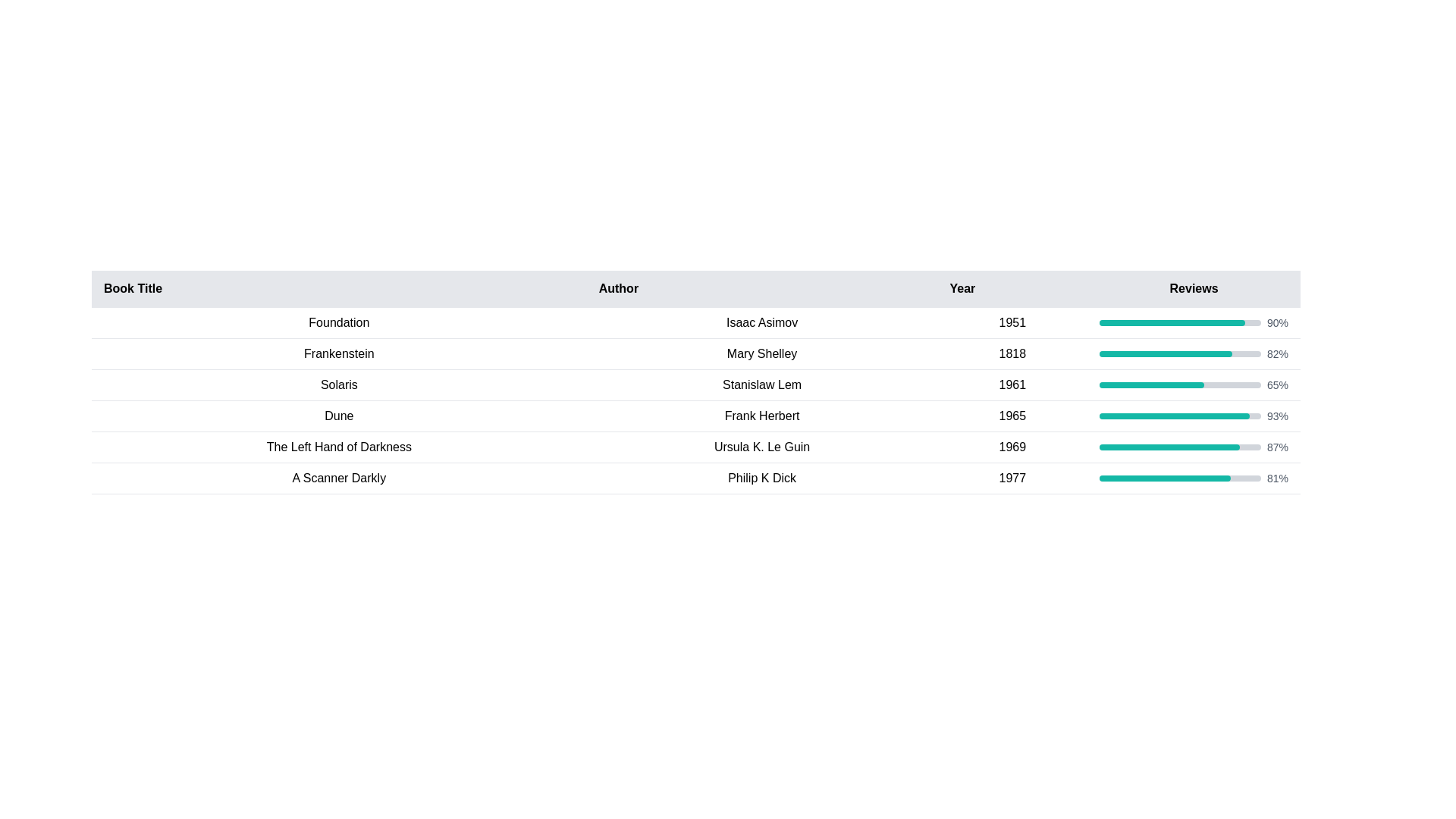  Describe the element at coordinates (1164, 479) in the screenshot. I see `the percentage represented by the filled portion of the progress bar segment for the book 'A Scanner Darkly' in the 'Reviews' column, which is styled with a teal-green background and filled to 81% width` at that location.